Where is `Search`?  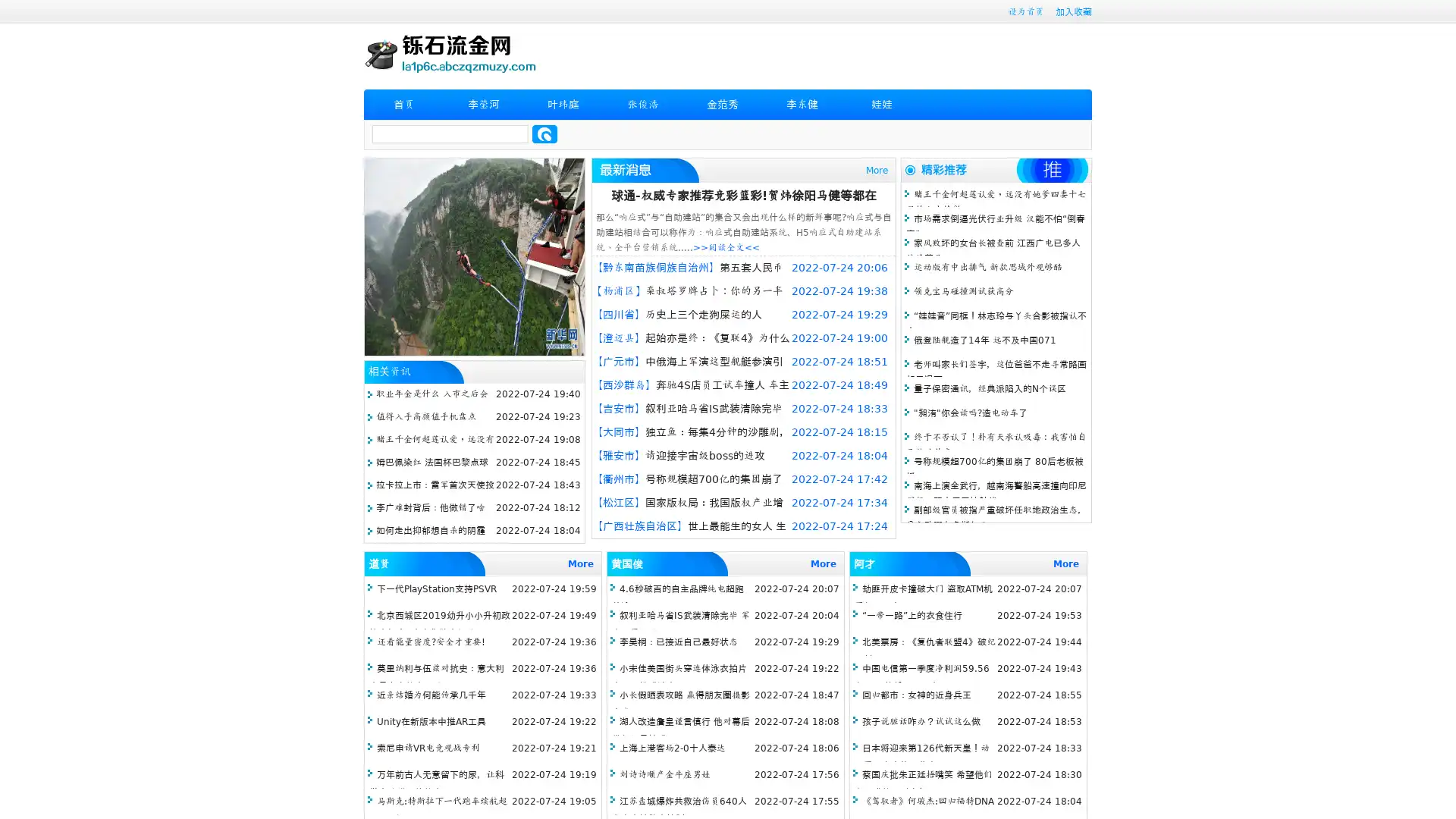 Search is located at coordinates (544, 133).